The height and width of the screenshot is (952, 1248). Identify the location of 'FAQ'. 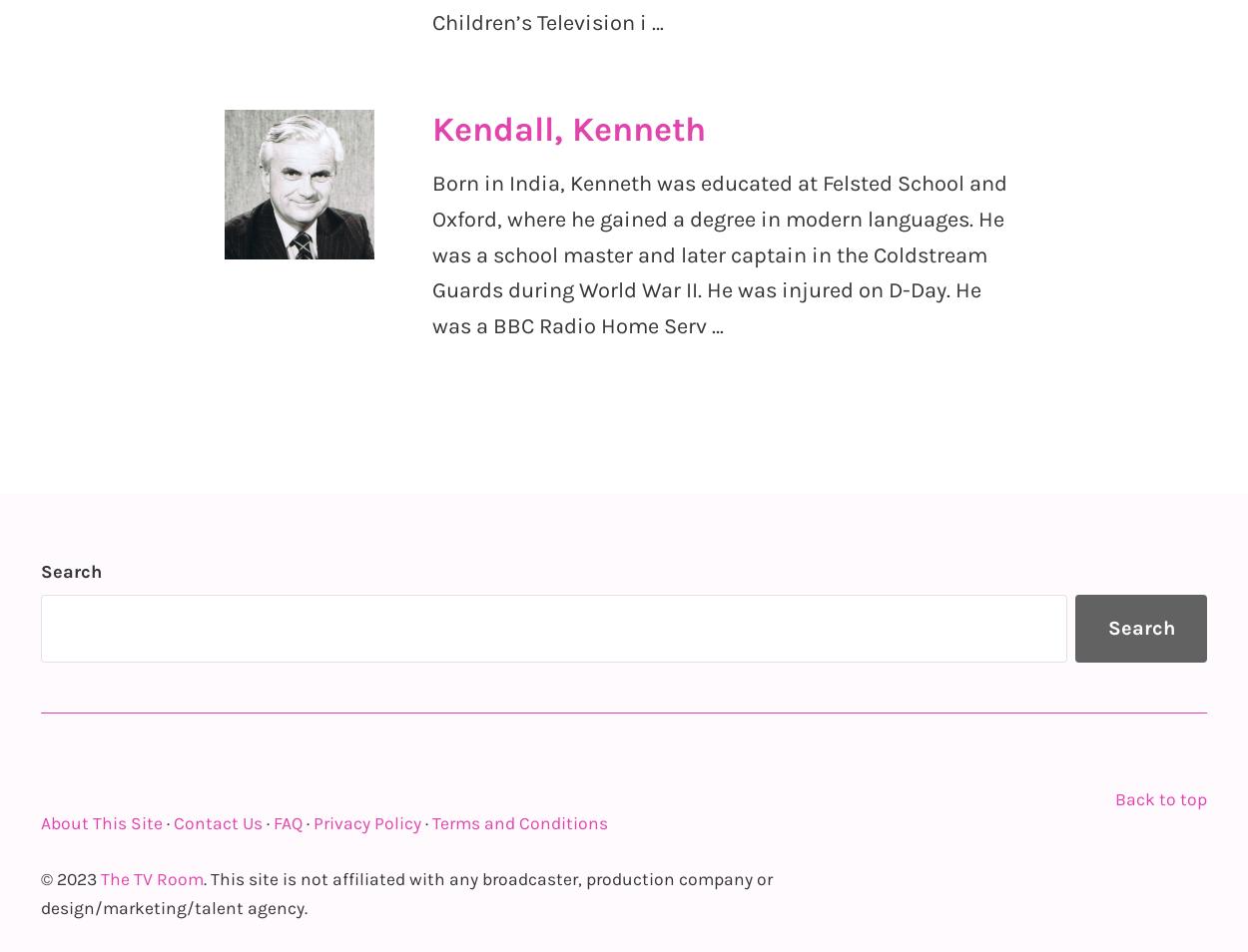
(288, 821).